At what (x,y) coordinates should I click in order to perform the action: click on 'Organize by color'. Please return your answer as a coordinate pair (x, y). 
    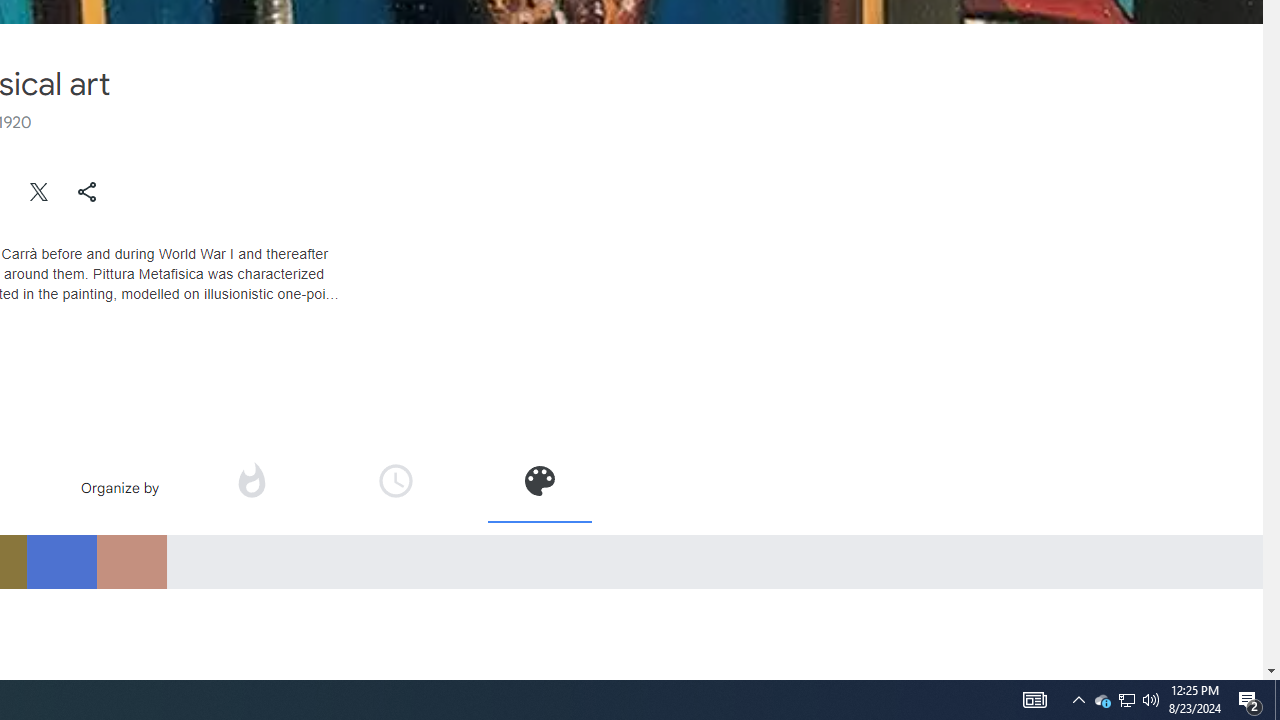
    Looking at the image, I should click on (539, 480).